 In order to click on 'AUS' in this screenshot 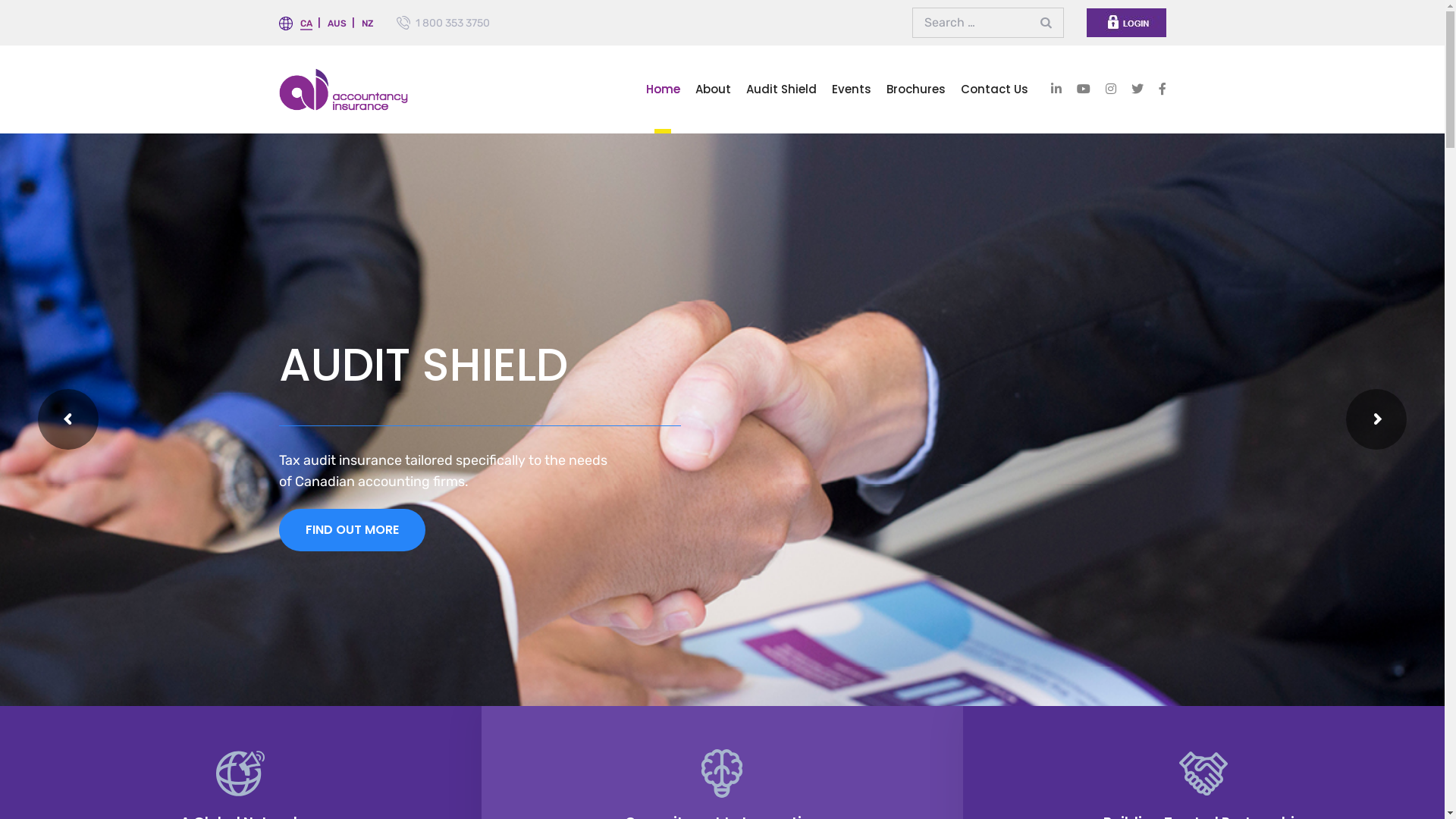, I will do `click(336, 23)`.